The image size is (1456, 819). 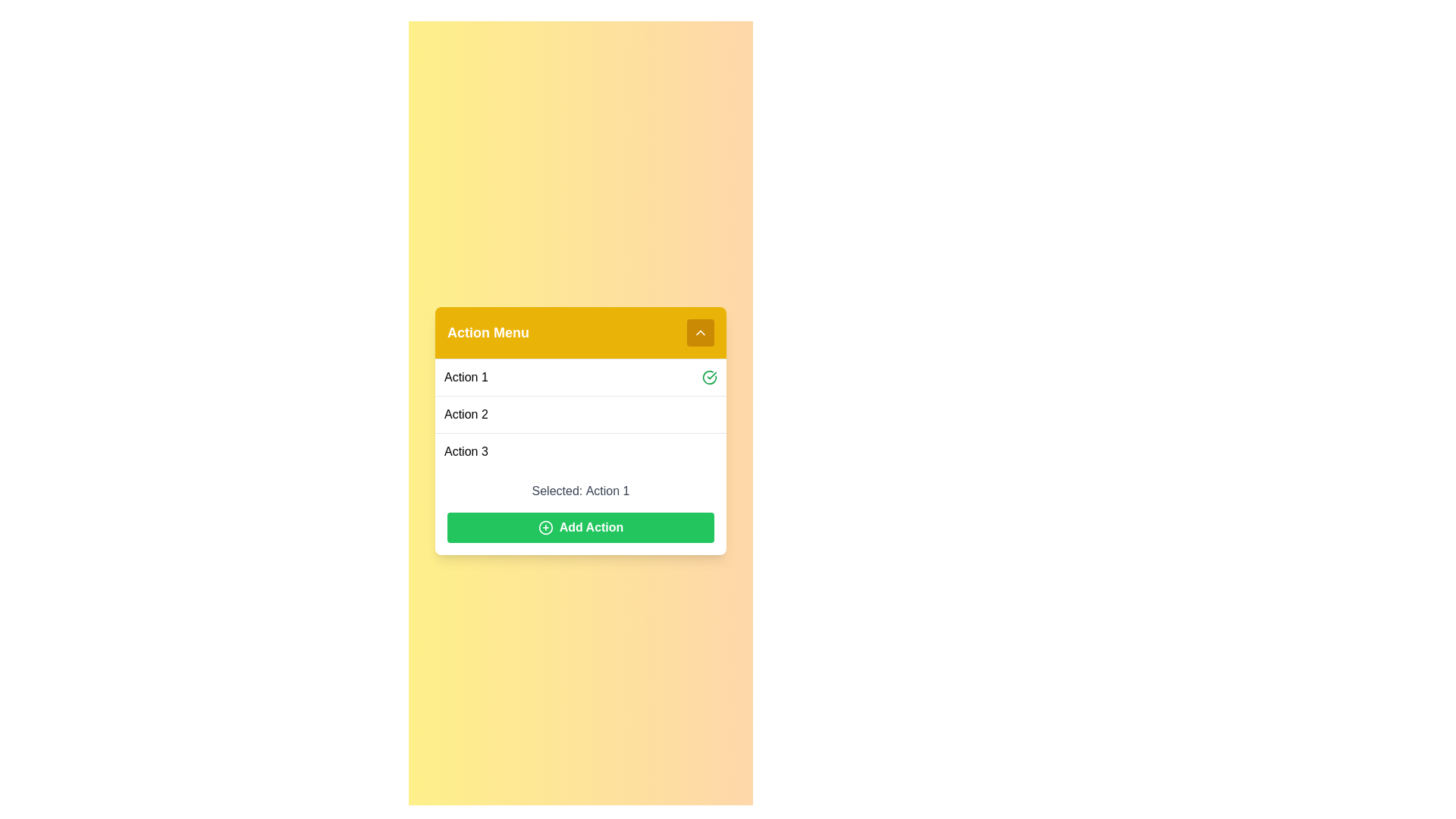 I want to click on the Text Label displaying 'Action 1', which is centrally located in the lower part of the interface and follows the phrase 'Selected:', so click(x=607, y=491).